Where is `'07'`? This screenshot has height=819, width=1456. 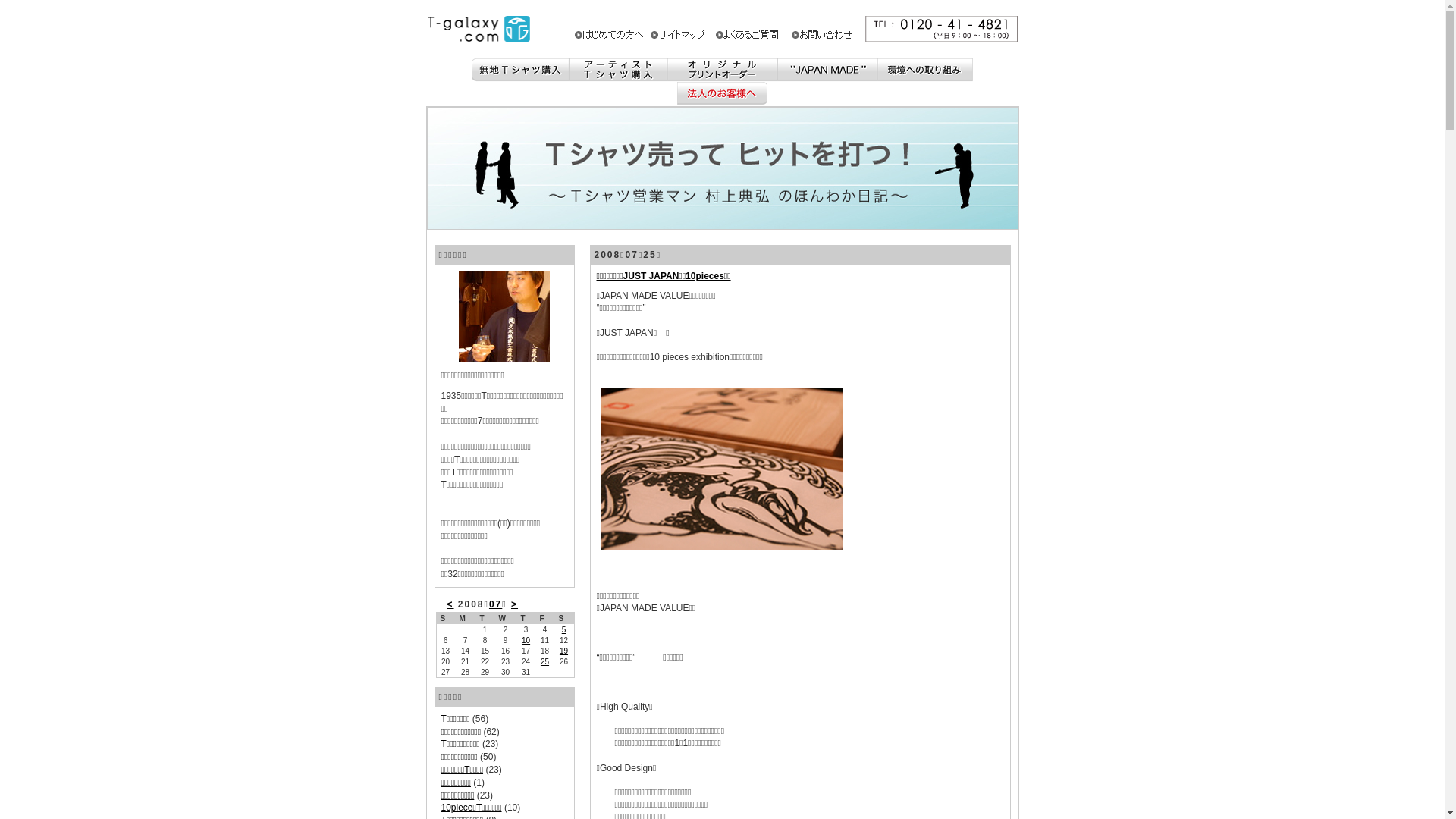
'07' is located at coordinates (495, 604).